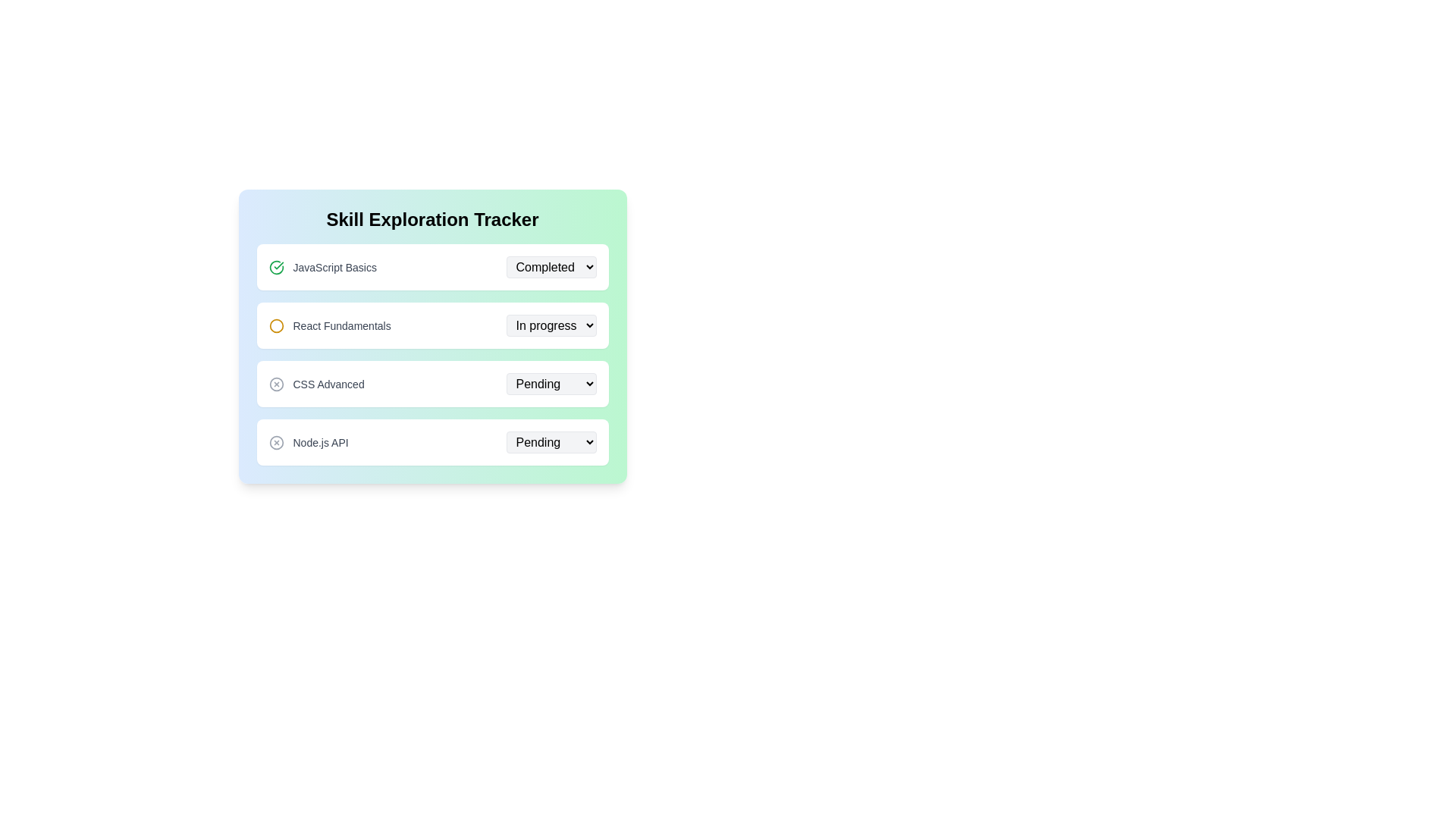 The image size is (1456, 819). Describe the element at coordinates (322, 266) in the screenshot. I see `the 'JavaScript Basics' text label with the green checkmark icon` at that location.